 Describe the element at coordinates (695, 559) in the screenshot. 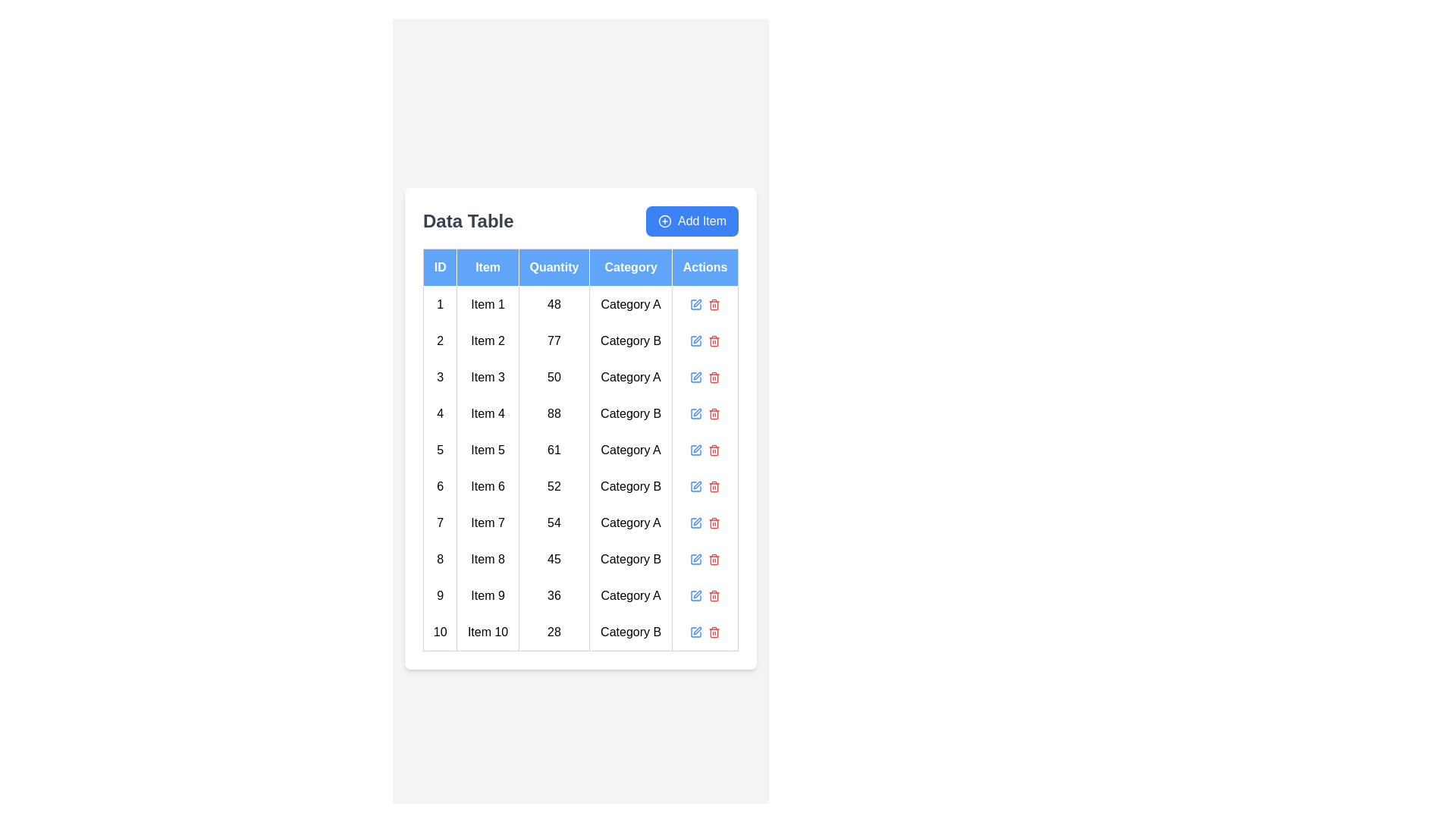

I see `the Icon button in the Actions column adjacent to row 8` at that location.